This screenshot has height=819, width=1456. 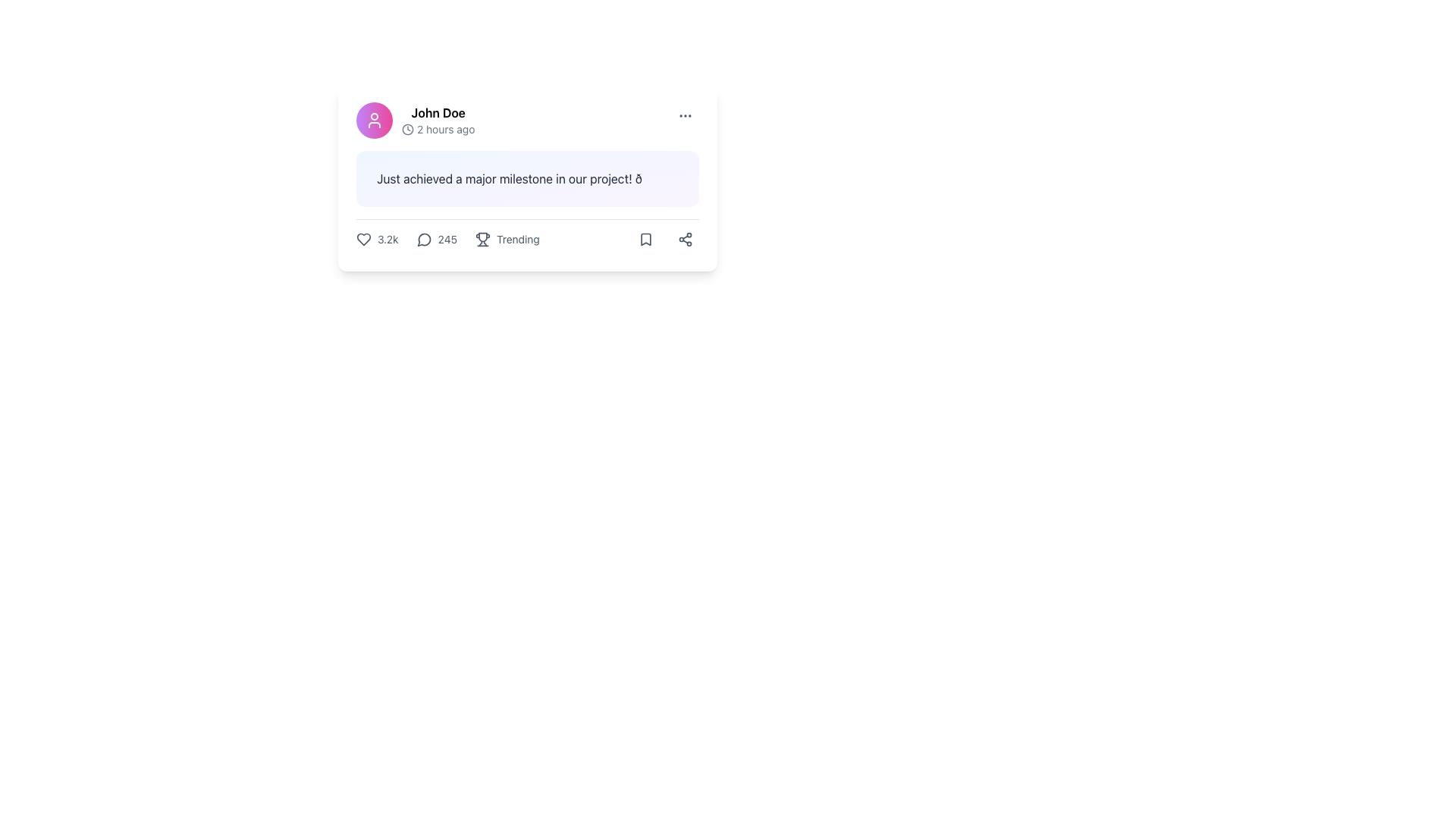 What do you see at coordinates (424, 239) in the screenshot?
I see `the comments icon located at the bottom left of the card, next to the comments counter` at bounding box center [424, 239].